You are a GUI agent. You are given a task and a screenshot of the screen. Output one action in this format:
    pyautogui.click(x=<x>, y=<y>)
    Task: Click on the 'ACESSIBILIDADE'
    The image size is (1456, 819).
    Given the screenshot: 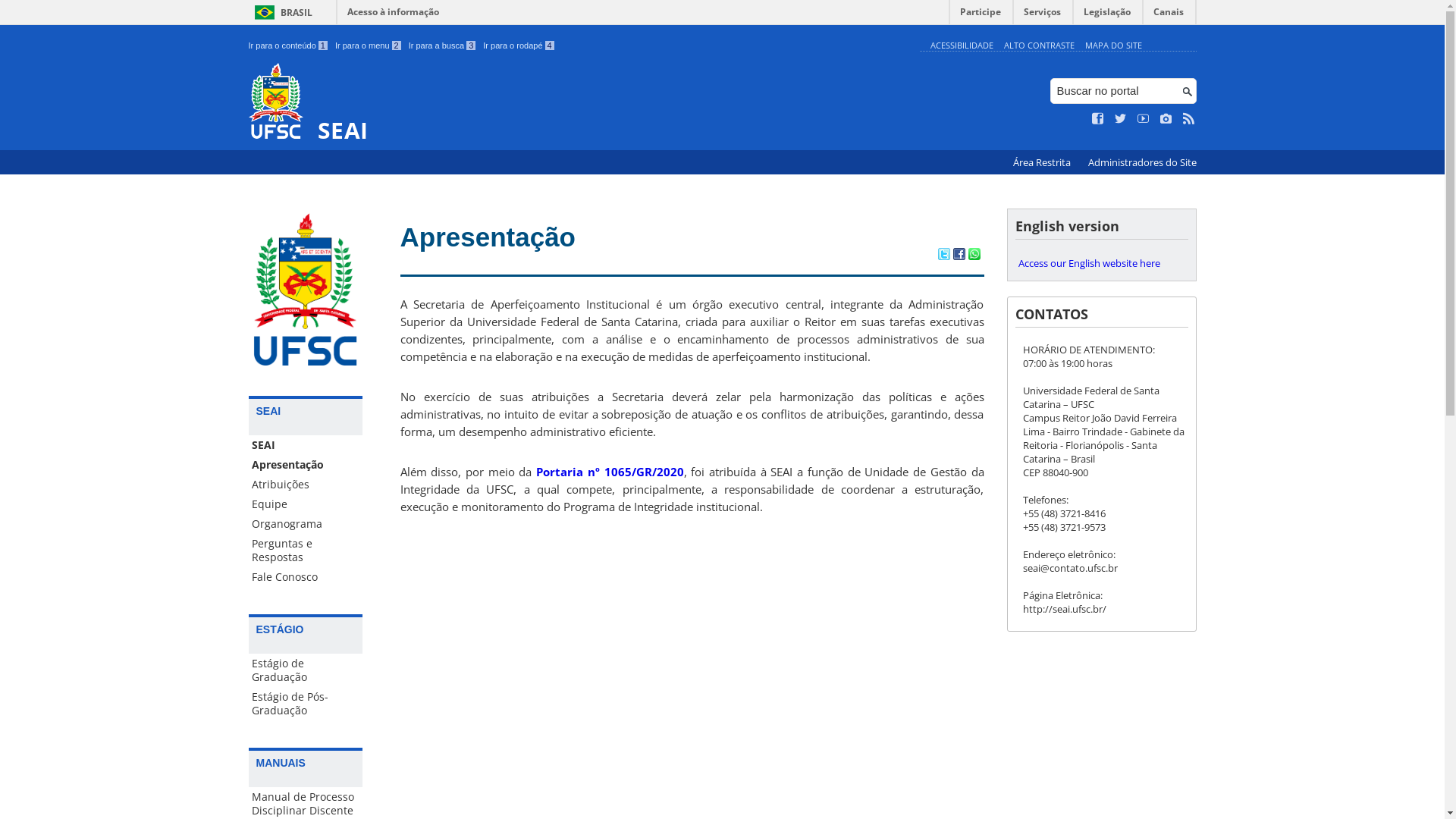 What is the action you would take?
    pyautogui.click(x=960, y=44)
    